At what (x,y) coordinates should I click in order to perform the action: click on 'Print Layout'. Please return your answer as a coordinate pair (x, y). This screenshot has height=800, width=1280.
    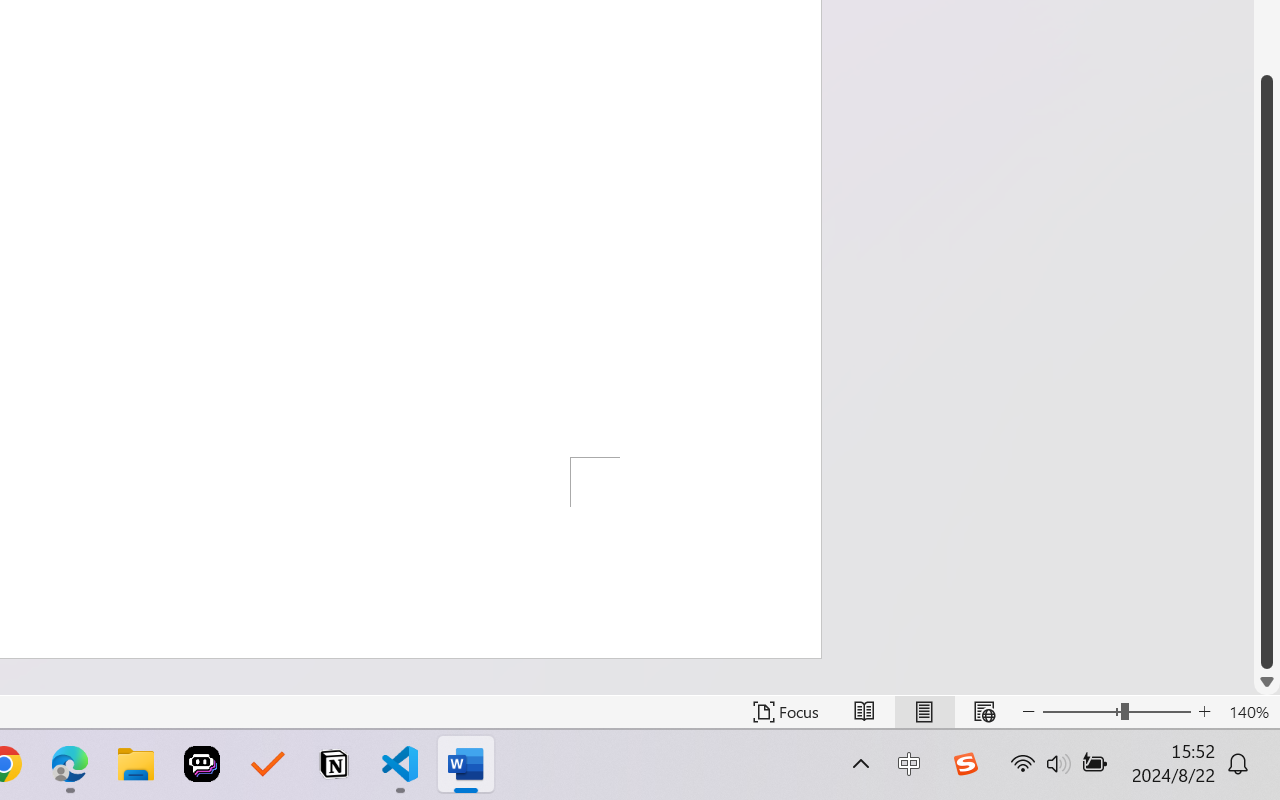
    Looking at the image, I should click on (923, 711).